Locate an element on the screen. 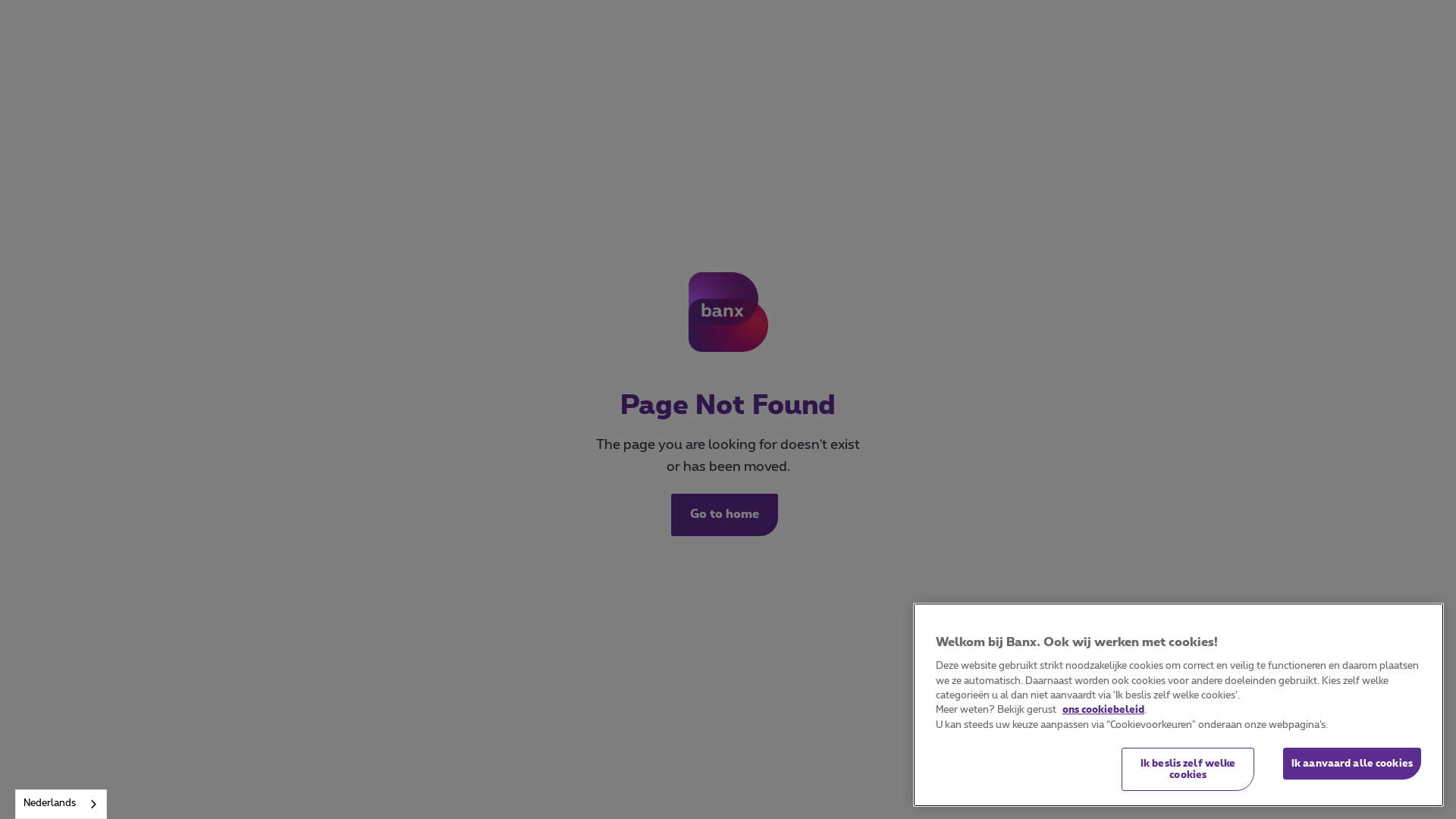 Image resolution: width=1456 pixels, height=819 pixels. 'Go to home' is located at coordinates (723, 513).